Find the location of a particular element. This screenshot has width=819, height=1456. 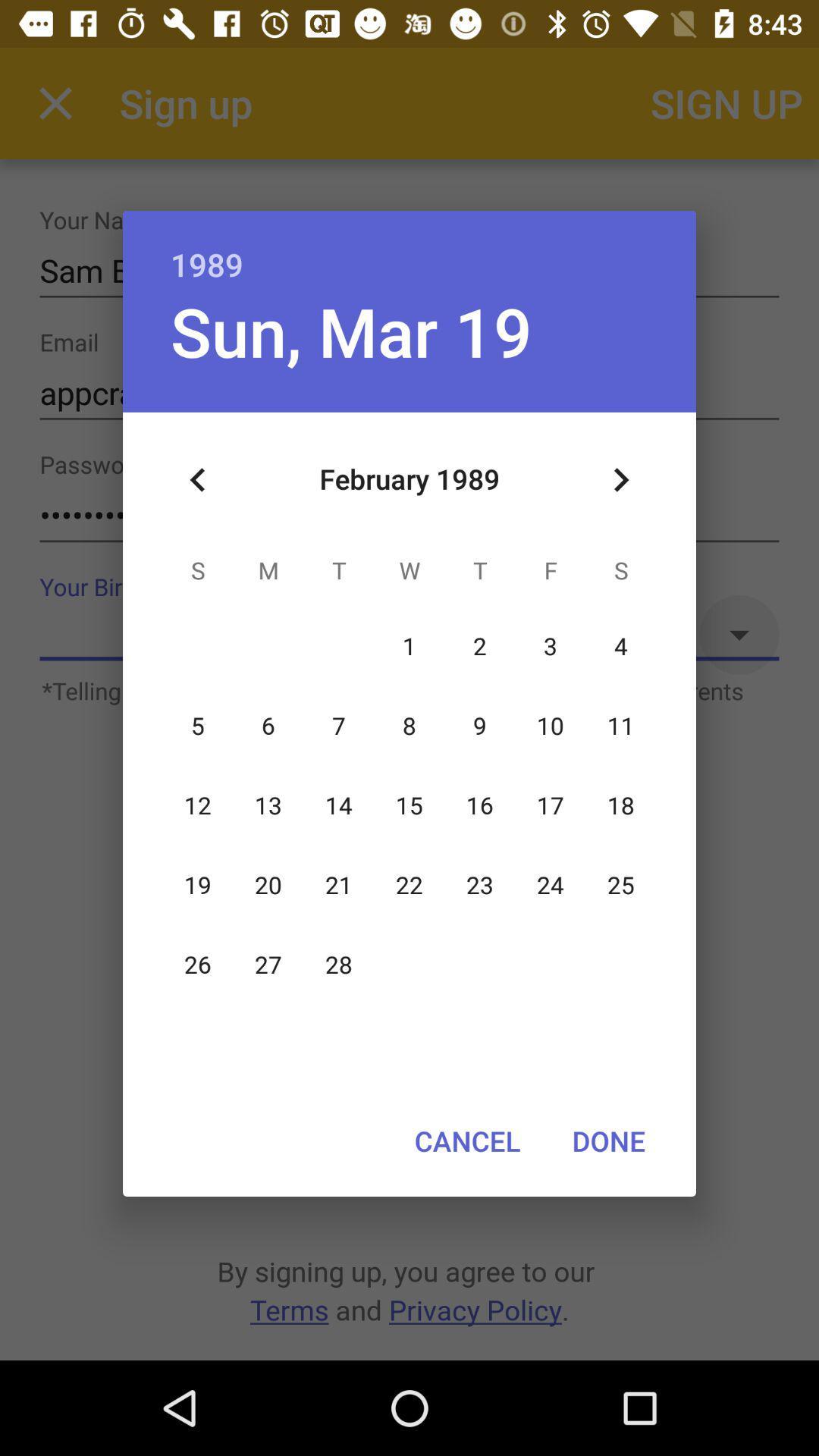

the cancel is located at coordinates (466, 1141).